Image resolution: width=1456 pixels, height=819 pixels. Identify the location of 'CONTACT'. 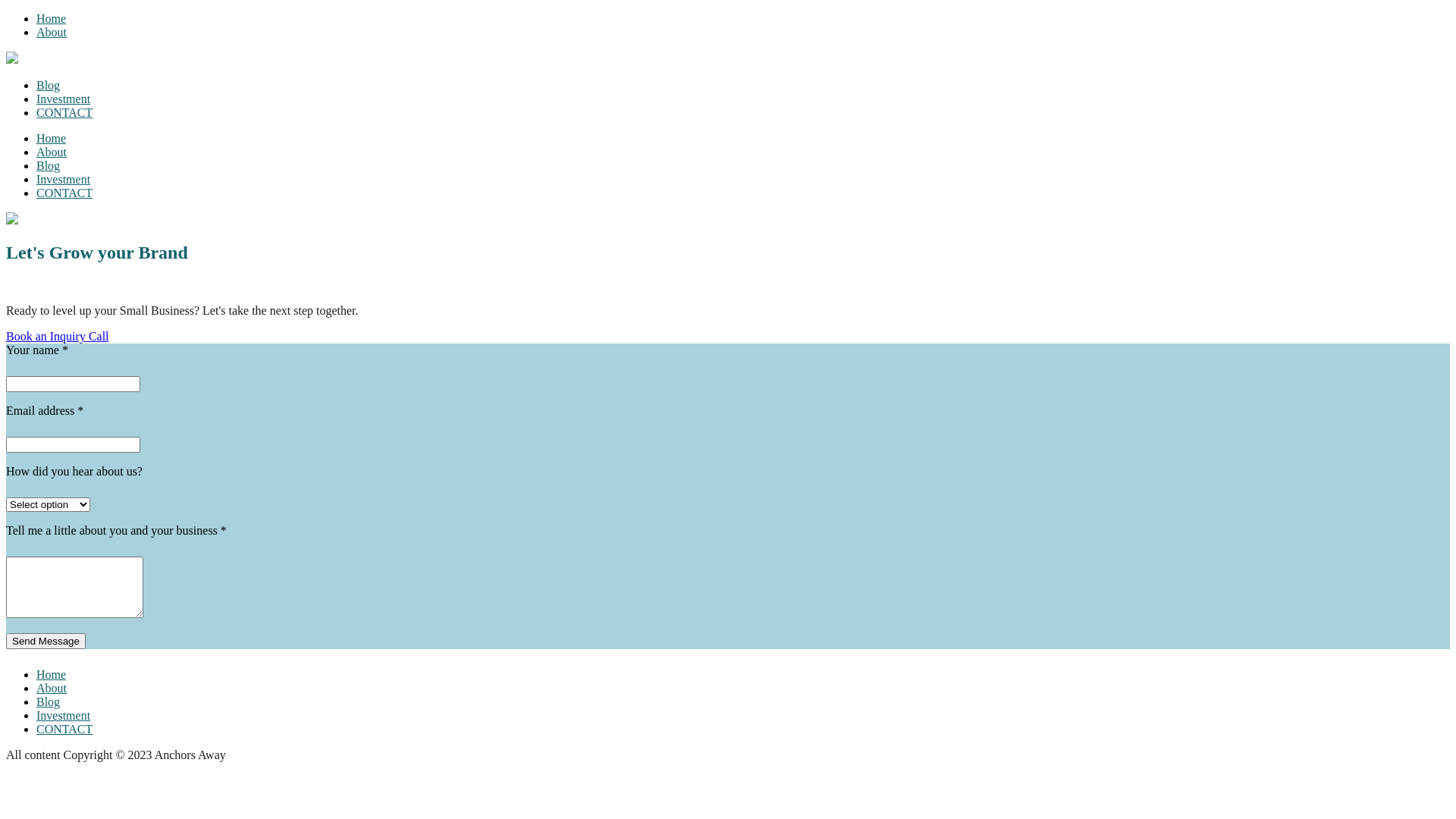
(64, 192).